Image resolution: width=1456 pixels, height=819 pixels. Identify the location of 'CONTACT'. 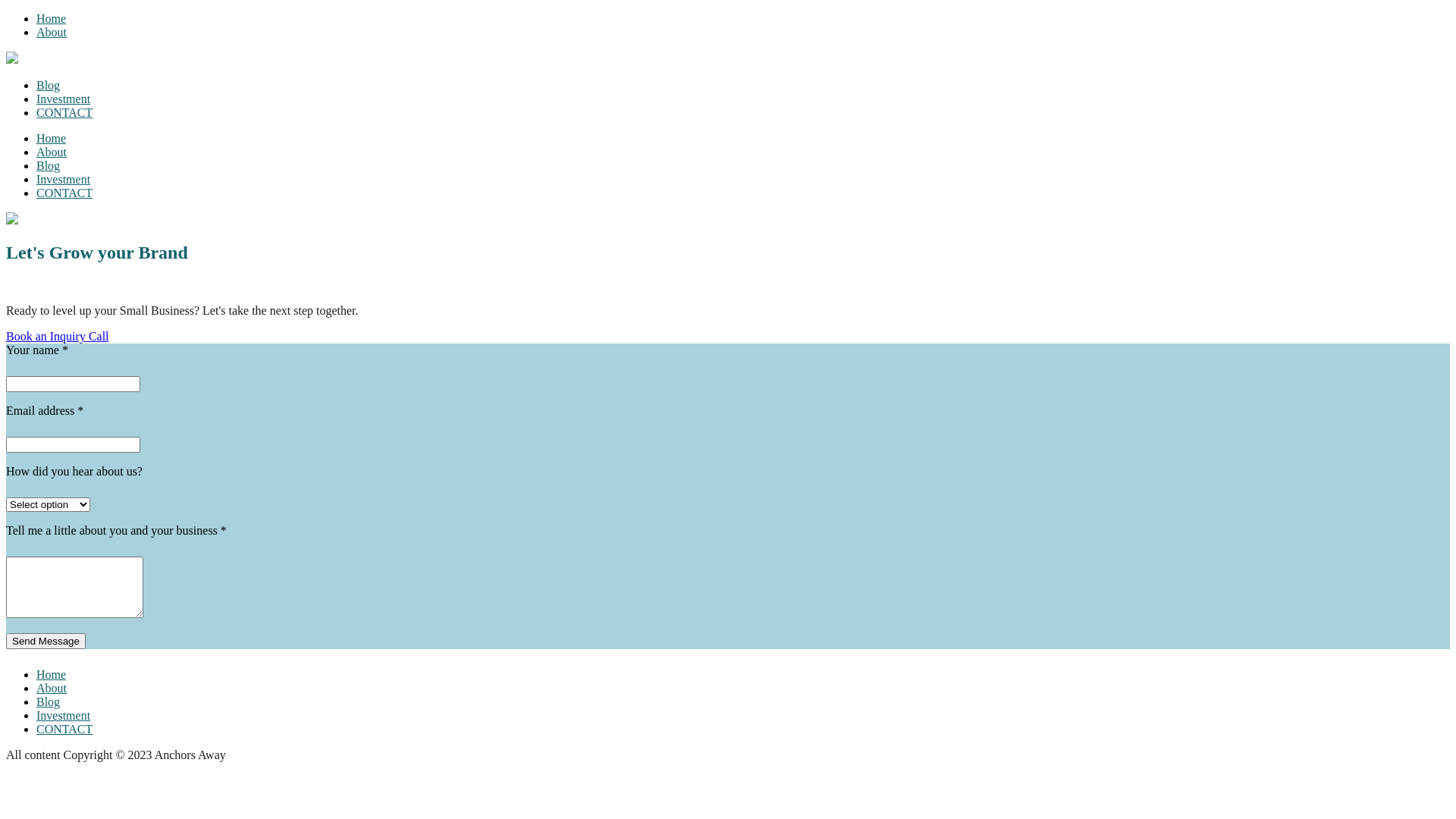
(64, 192).